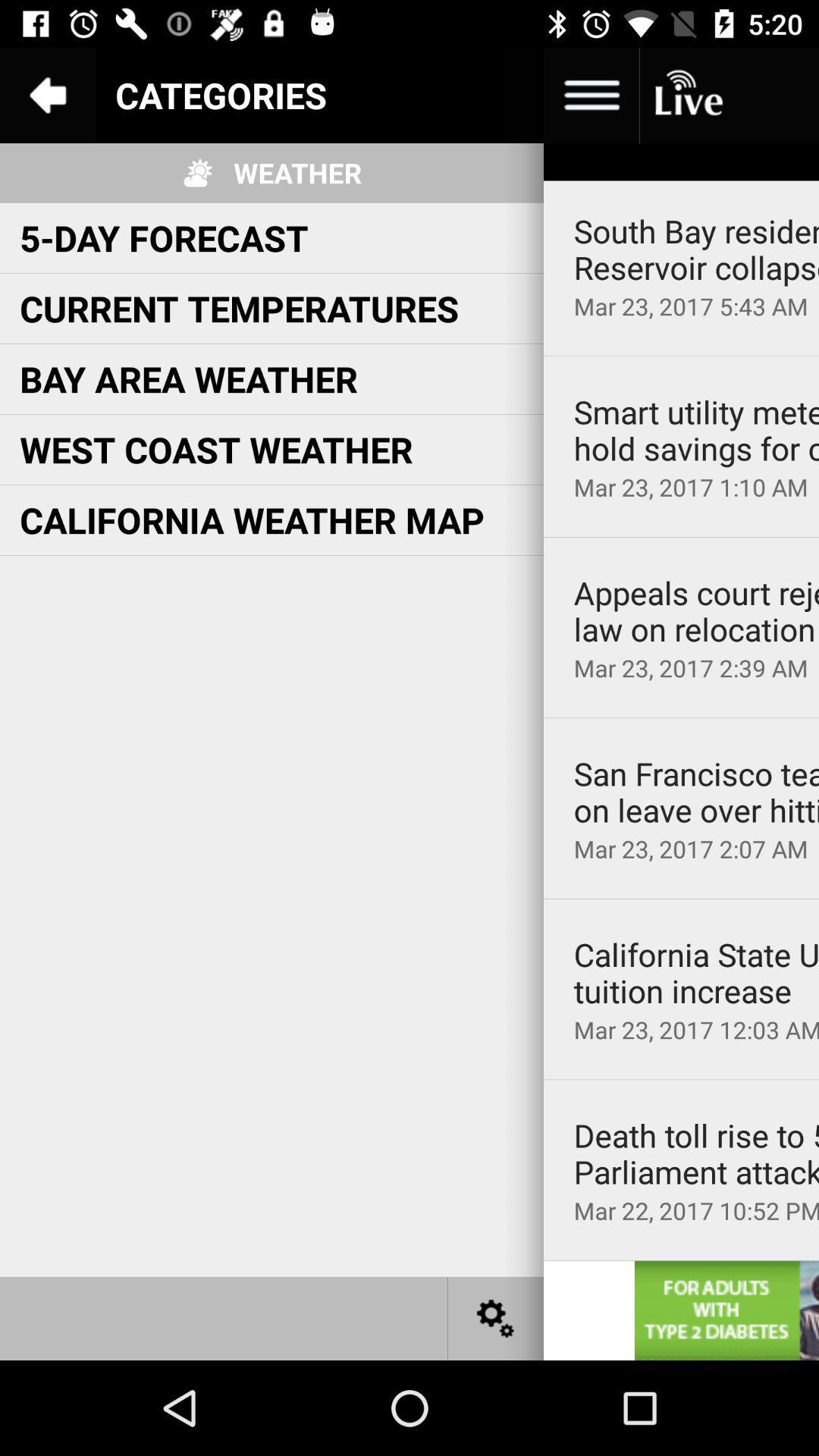  Describe the element at coordinates (687, 94) in the screenshot. I see `go live` at that location.